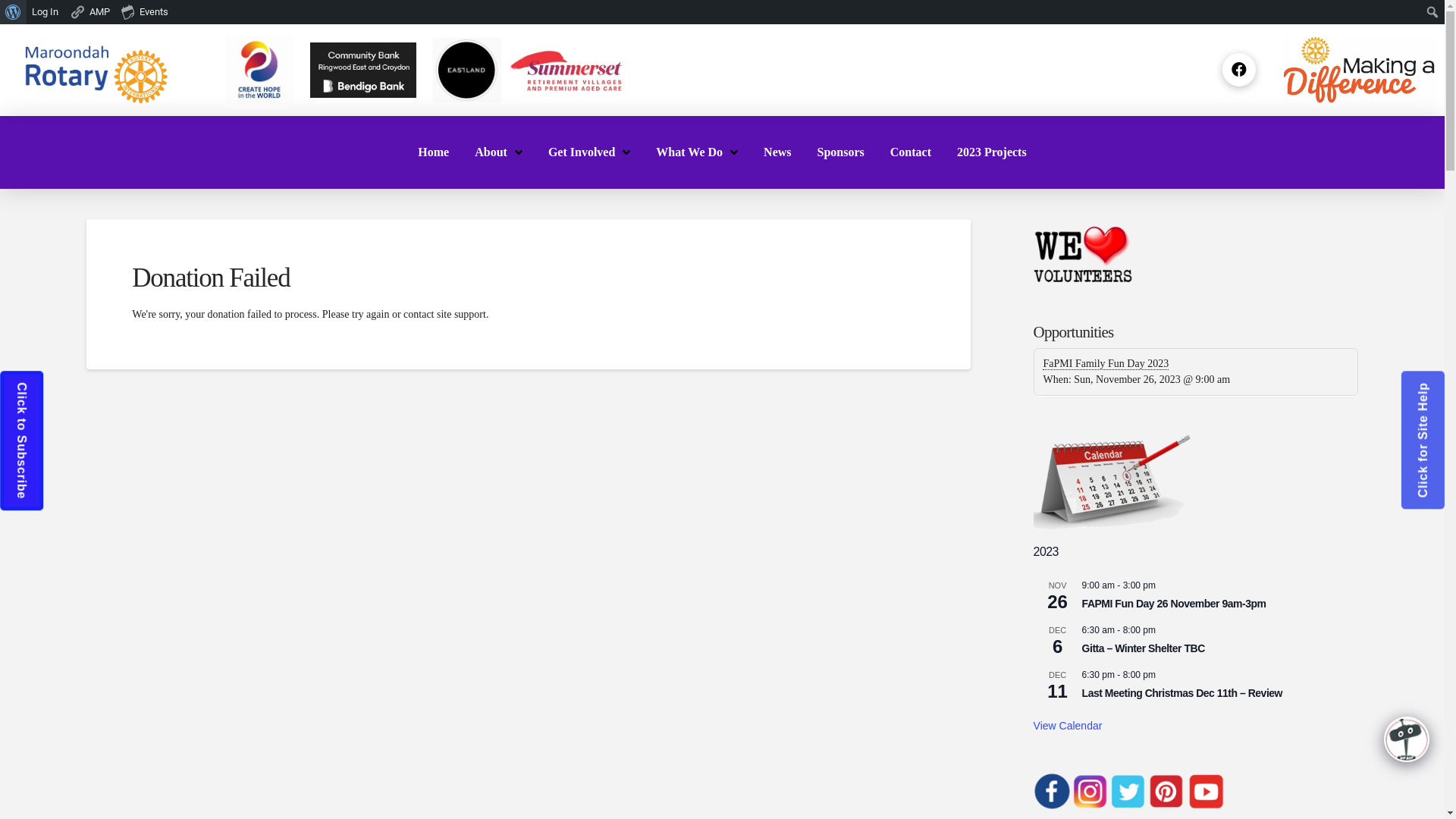  Describe the element at coordinates (992, 152) in the screenshot. I see `'2023 Projects'` at that location.